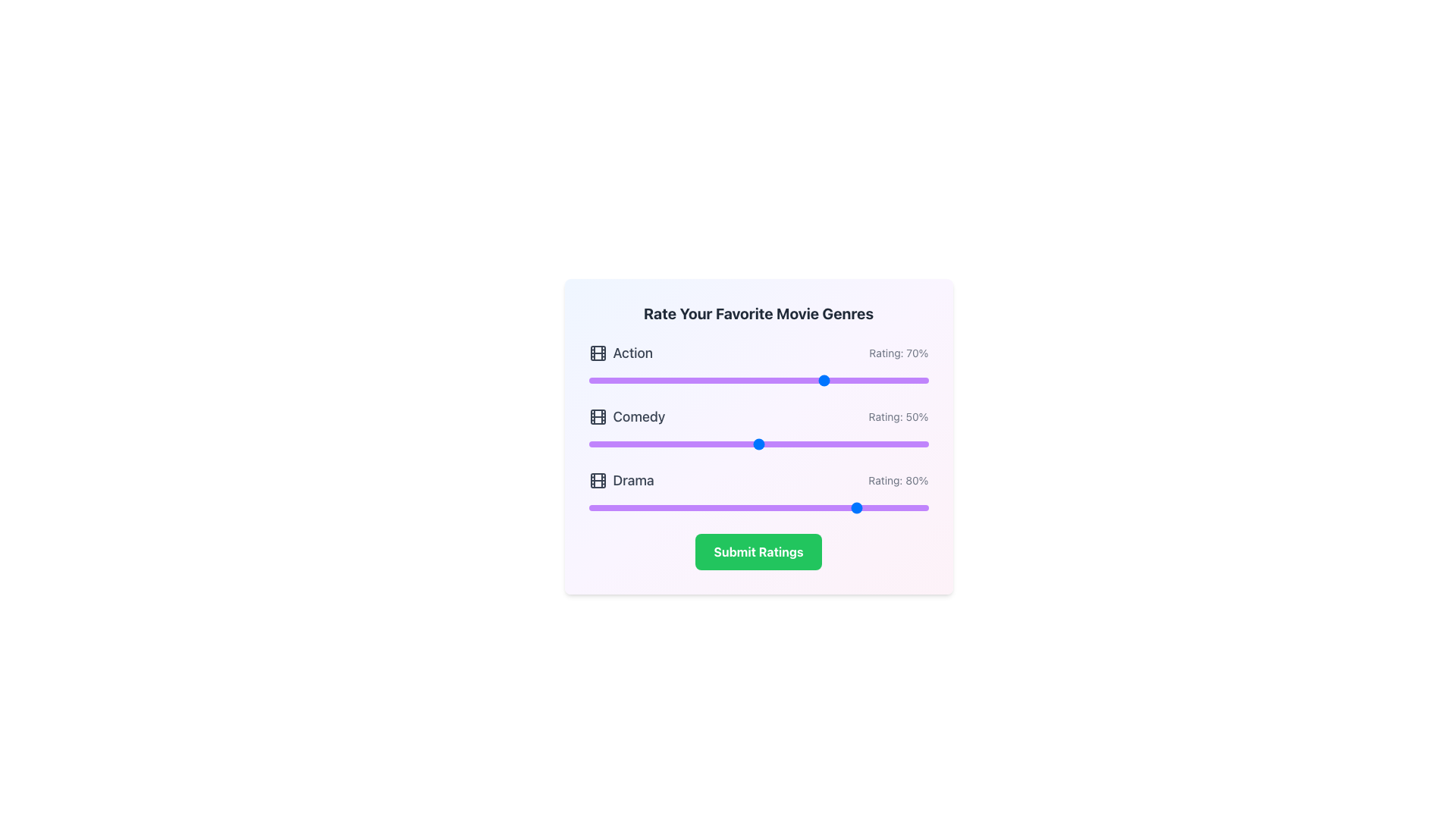  What do you see at coordinates (626, 417) in the screenshot?
I see `text label 'Comedy' which is styled in medium gray font, located below 'Action' and above 'Drama' in the movie genre list` at bounding box center [626, 417].